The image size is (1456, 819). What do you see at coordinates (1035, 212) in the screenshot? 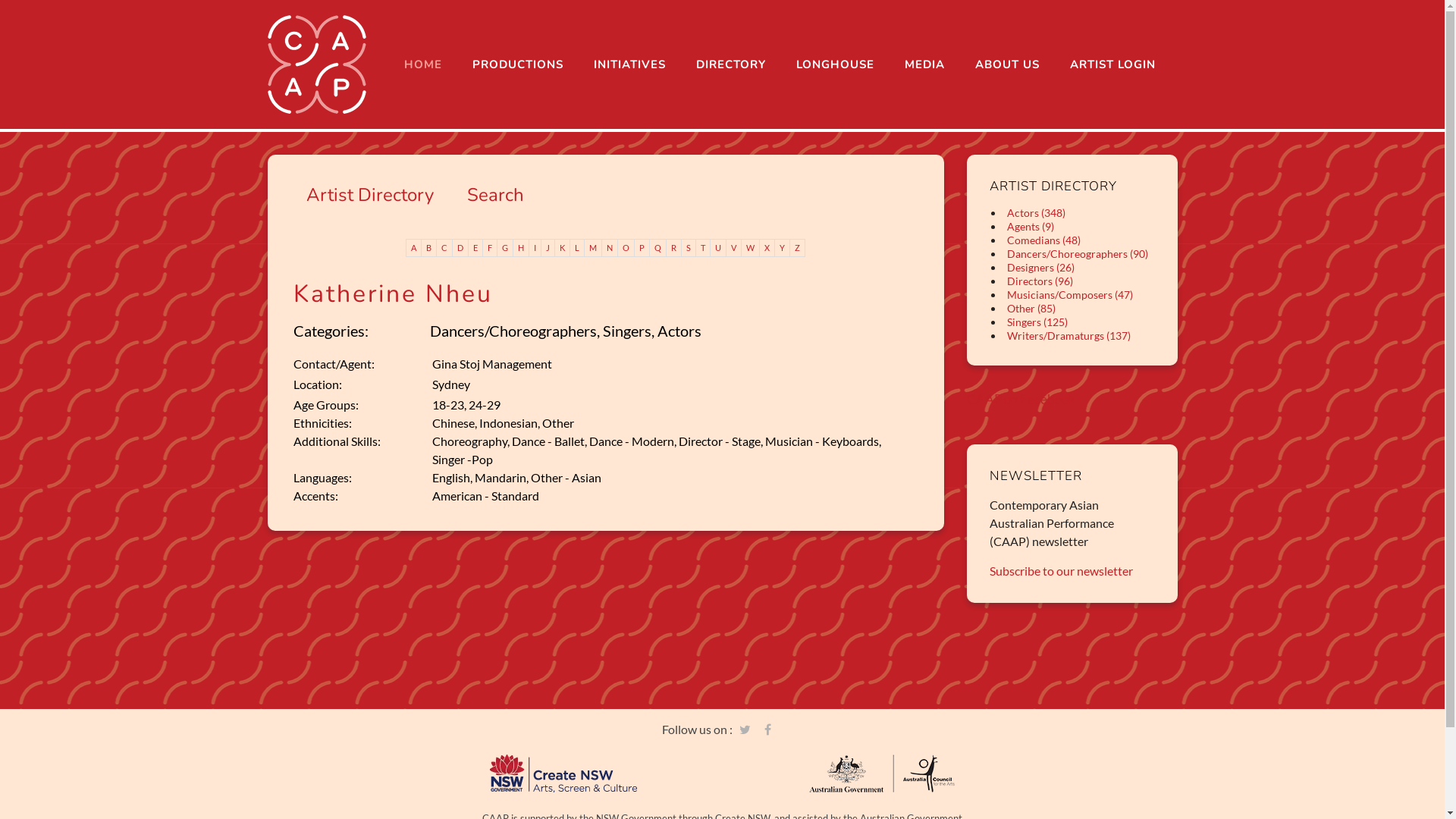
I see `'Actors (348)'` at bounding box center [1035, 212].